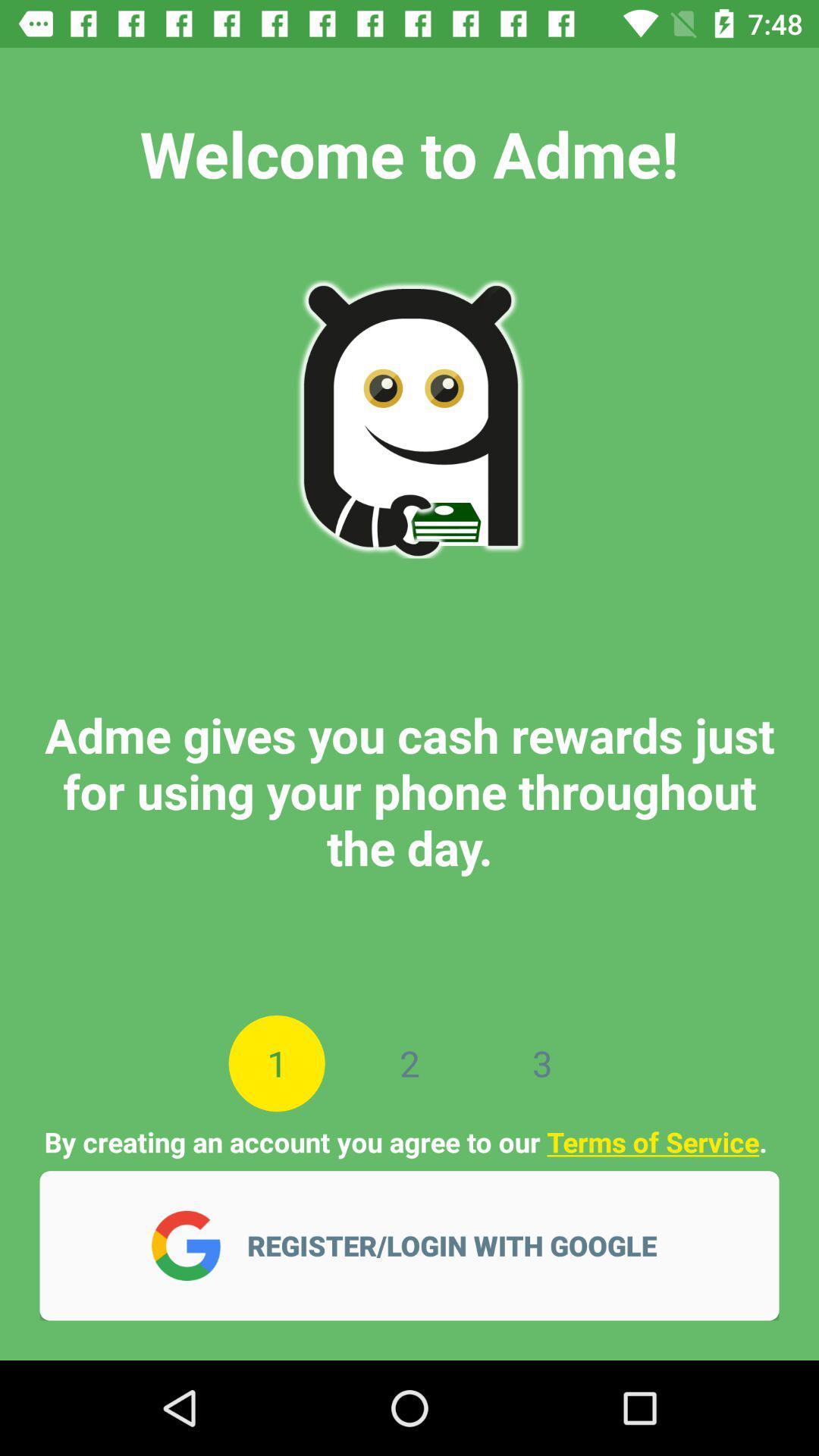 This screenshot has height=1456, width=819. Describe the element at coordinates (409, 1062) in the screenshot. I see `the icon to the left of the 3 app` at that location.